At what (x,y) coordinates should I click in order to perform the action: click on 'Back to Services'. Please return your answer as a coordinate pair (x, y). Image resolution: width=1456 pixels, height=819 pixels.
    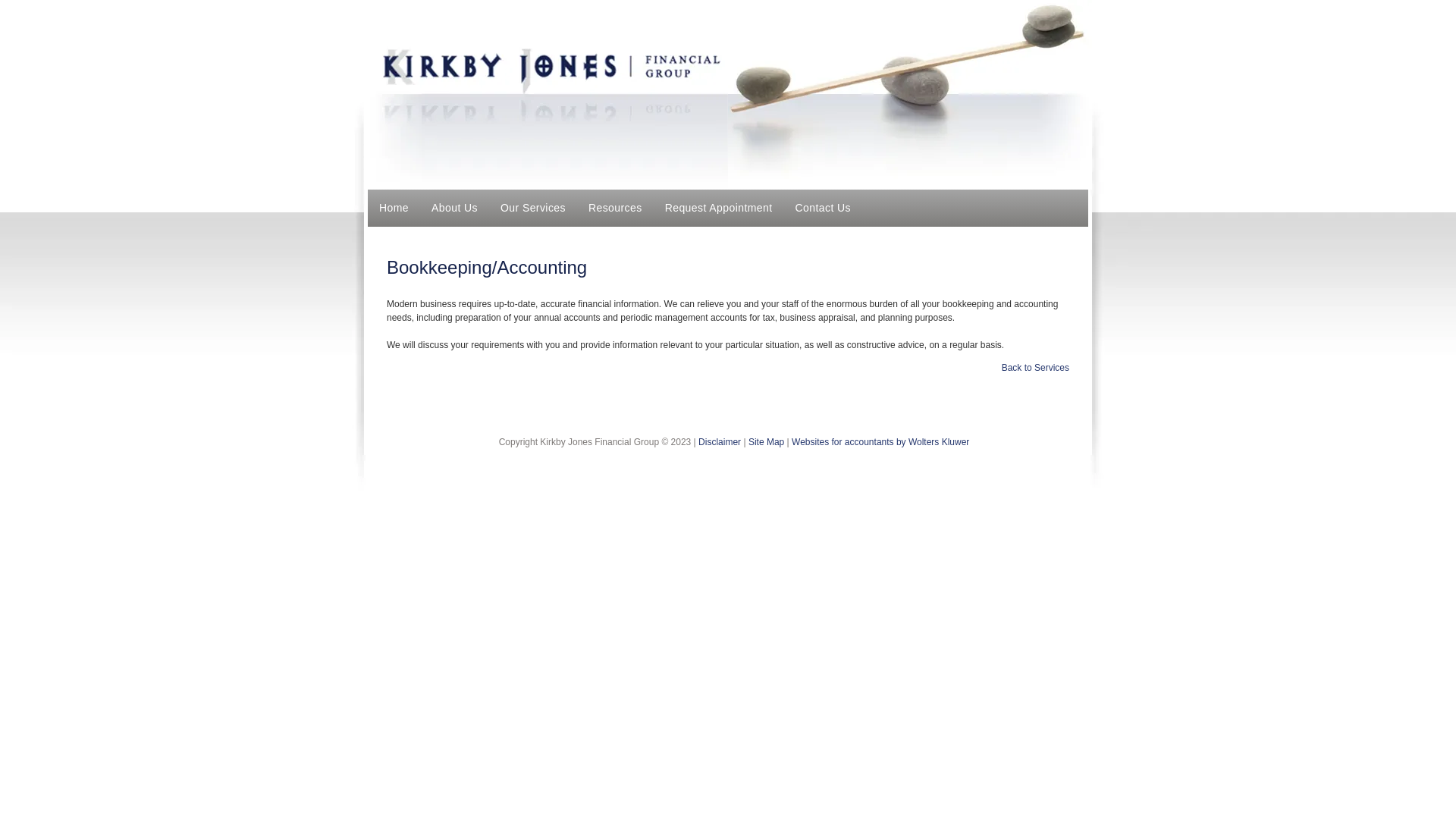
    Looking at the image, I should click on (1034, 368).